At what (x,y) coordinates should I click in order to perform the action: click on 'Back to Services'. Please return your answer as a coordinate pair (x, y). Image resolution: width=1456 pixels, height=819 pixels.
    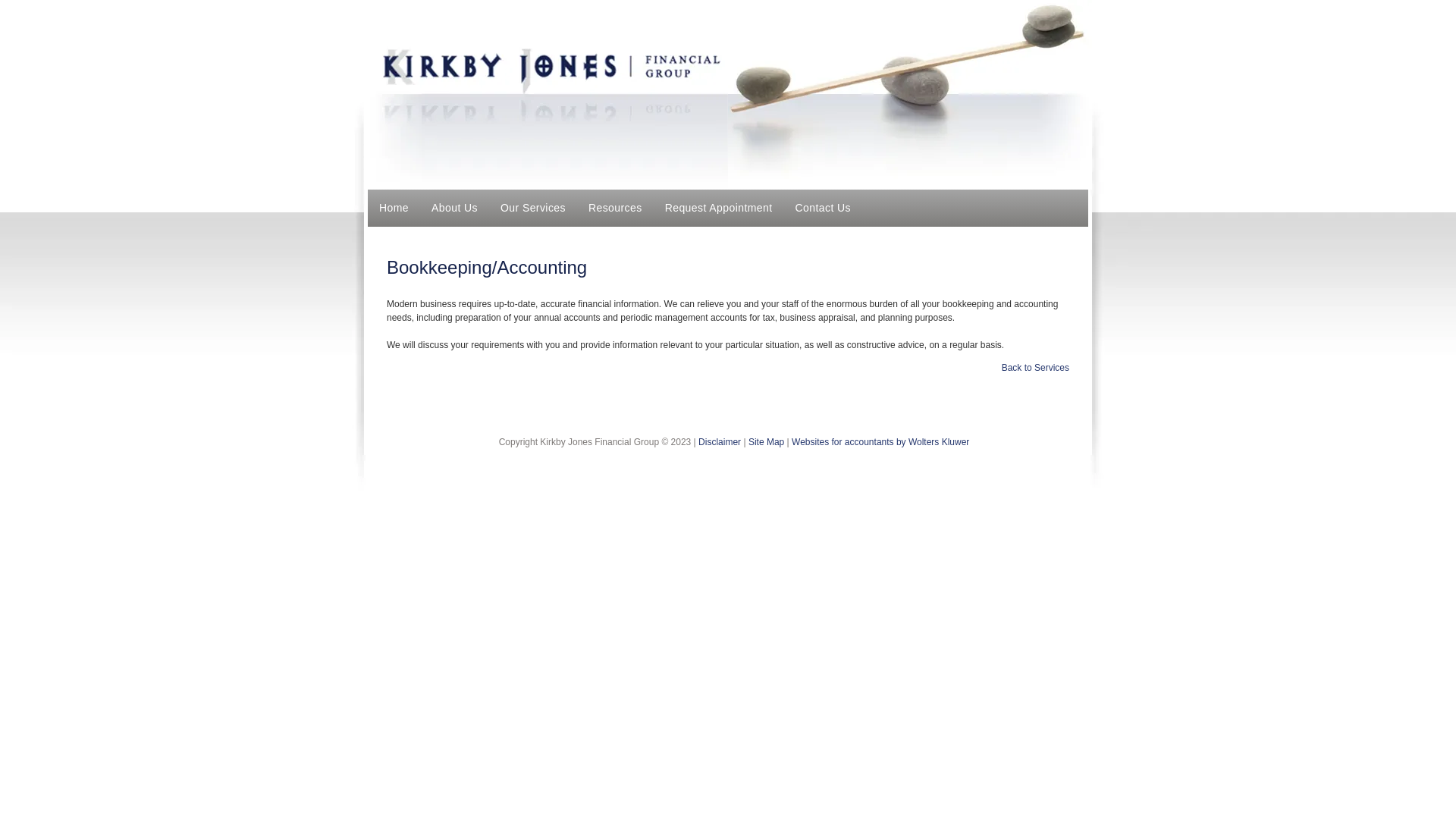
    Looking at the image, I should click on (1034, 368).